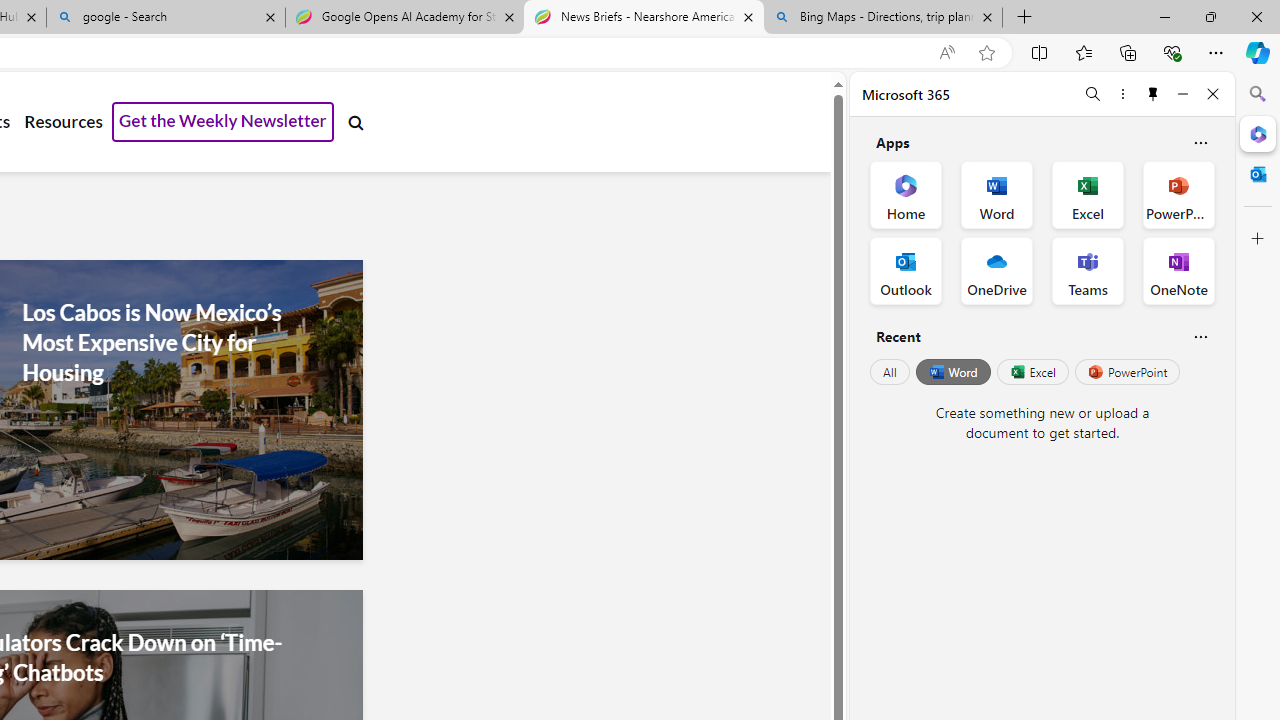 Image resolution: width=1280 pixels, height=720 pixels. Describe the element at coordinates (997, 271) in the screenshot. I see `'OneDrive Office App'` at that location.